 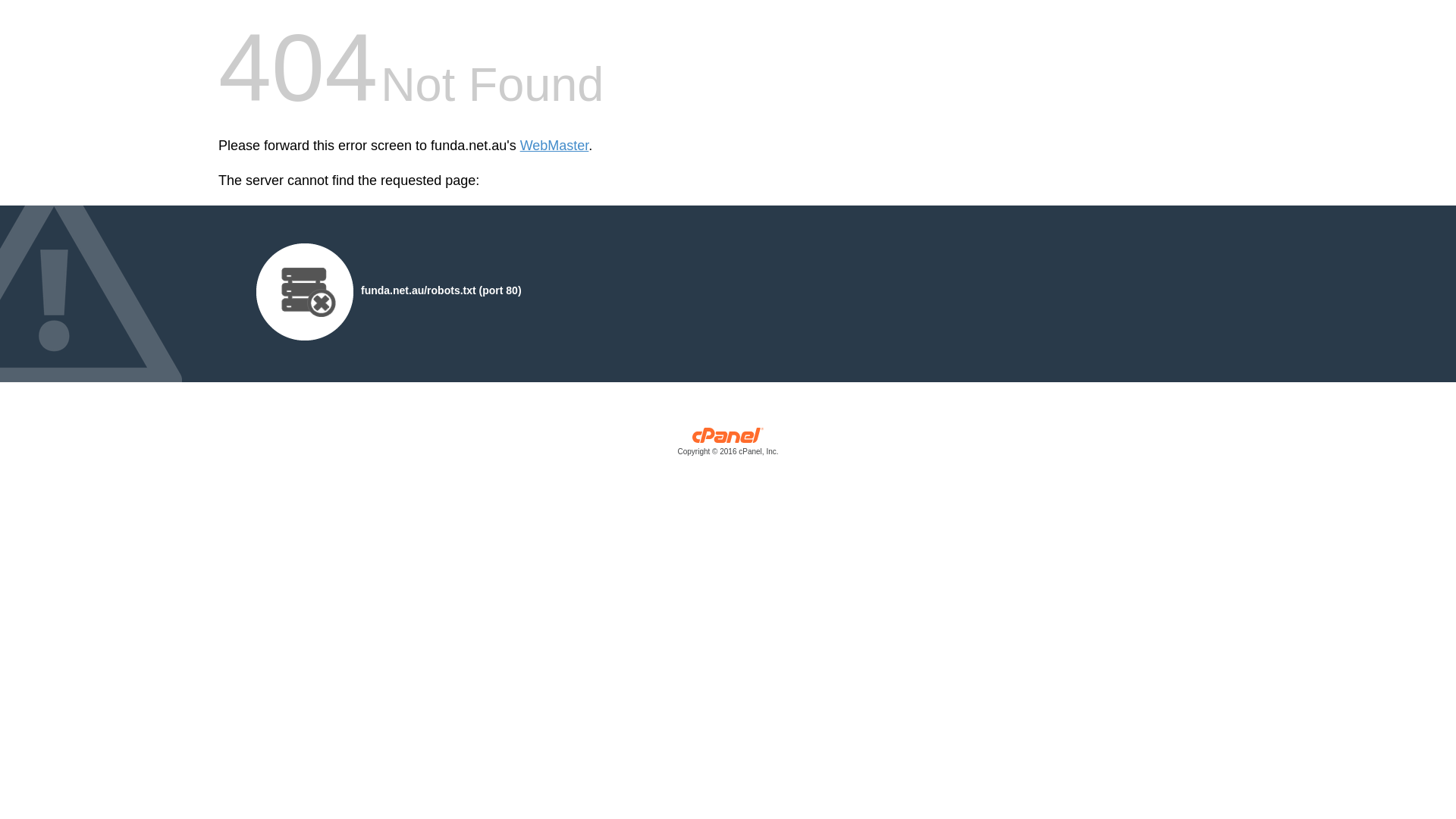 I want to click on 'WebMaster', so click(x=554, y=146).